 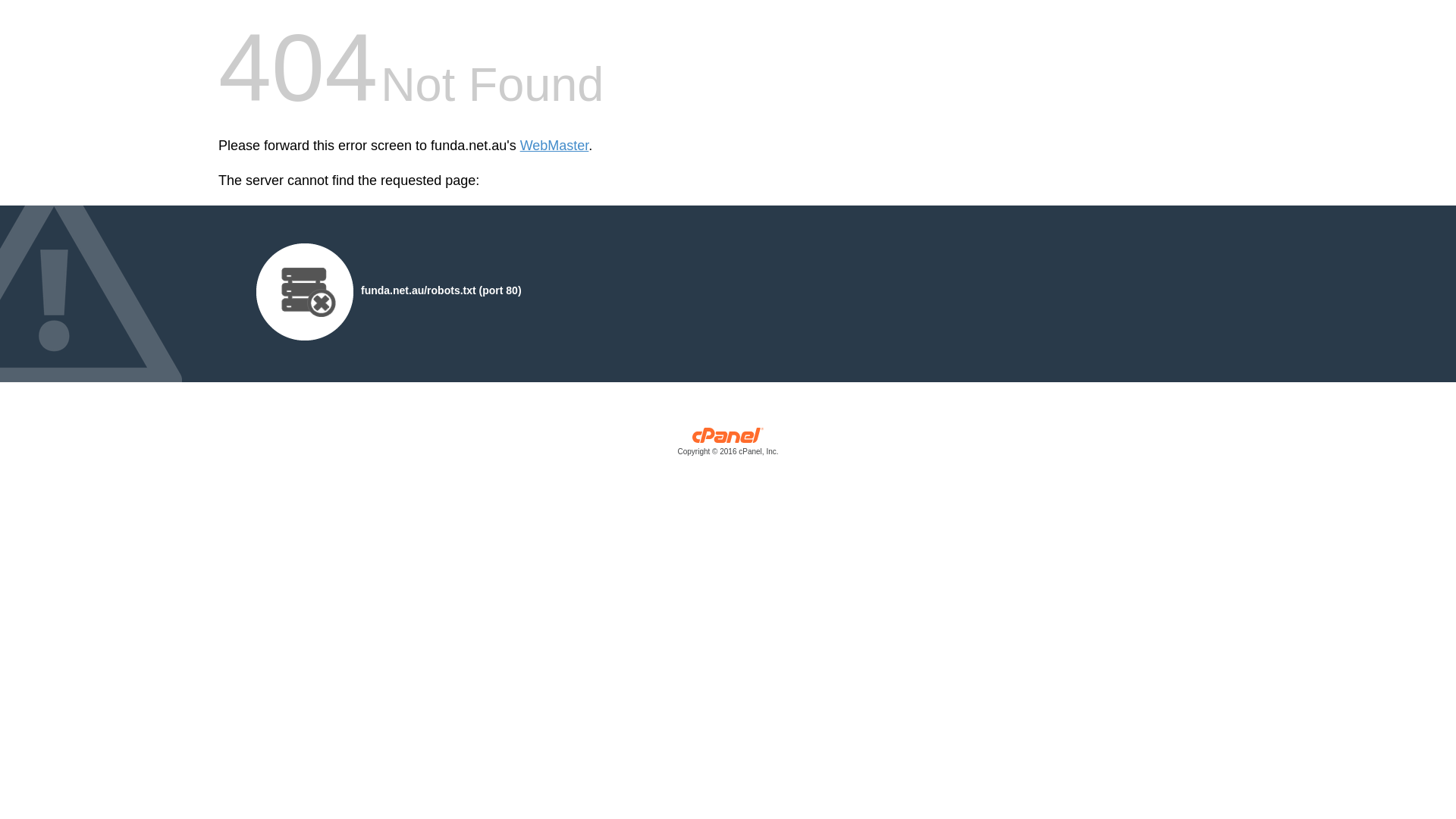 I want to click on 'WebMaster', so click(x=554, y=146).